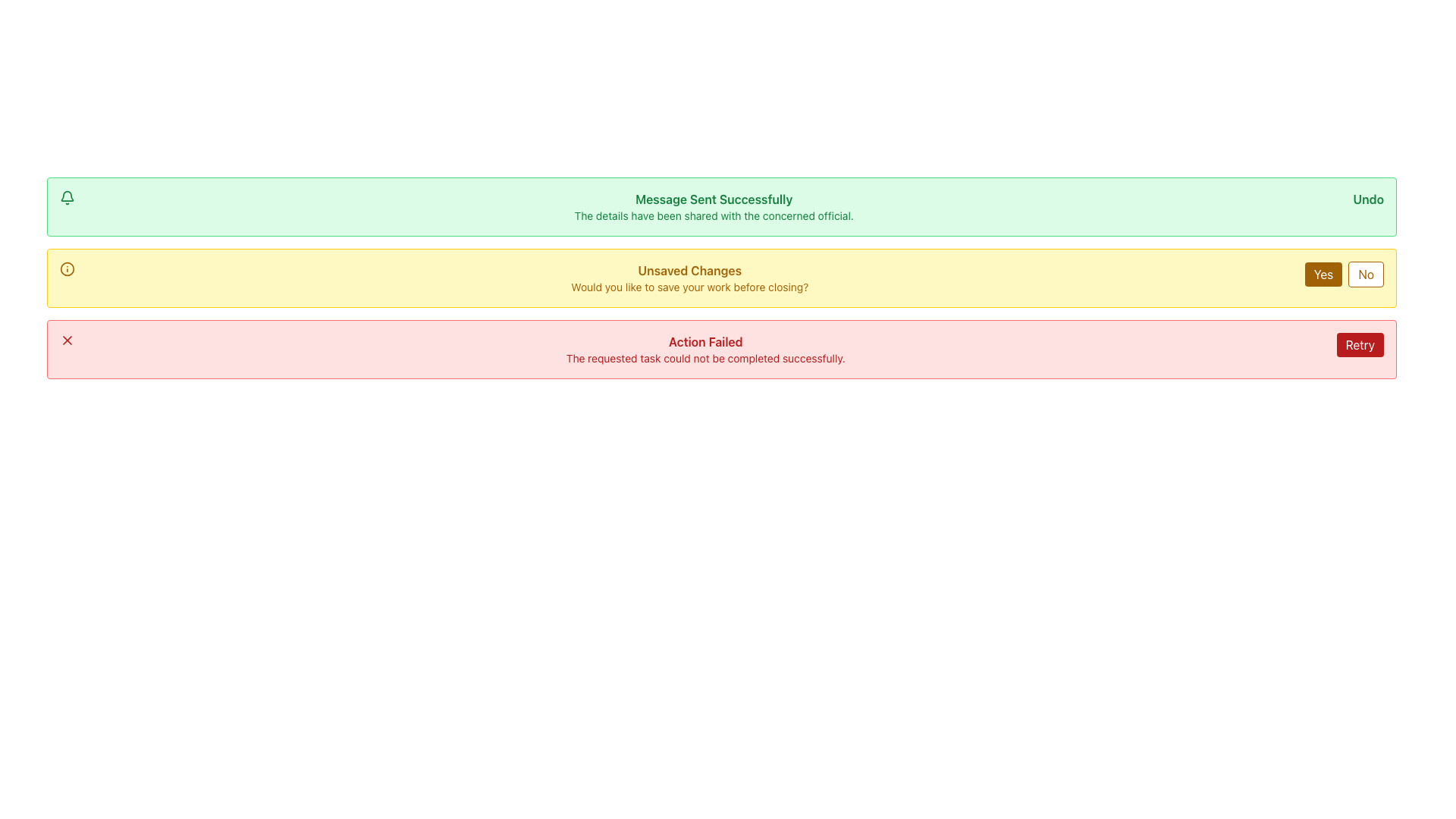  I want to click on the bell-shaped SVG Icon located within the topmost green notification box, positioned to the left of the text 'Message Sent Successfully', so click(67, 197).